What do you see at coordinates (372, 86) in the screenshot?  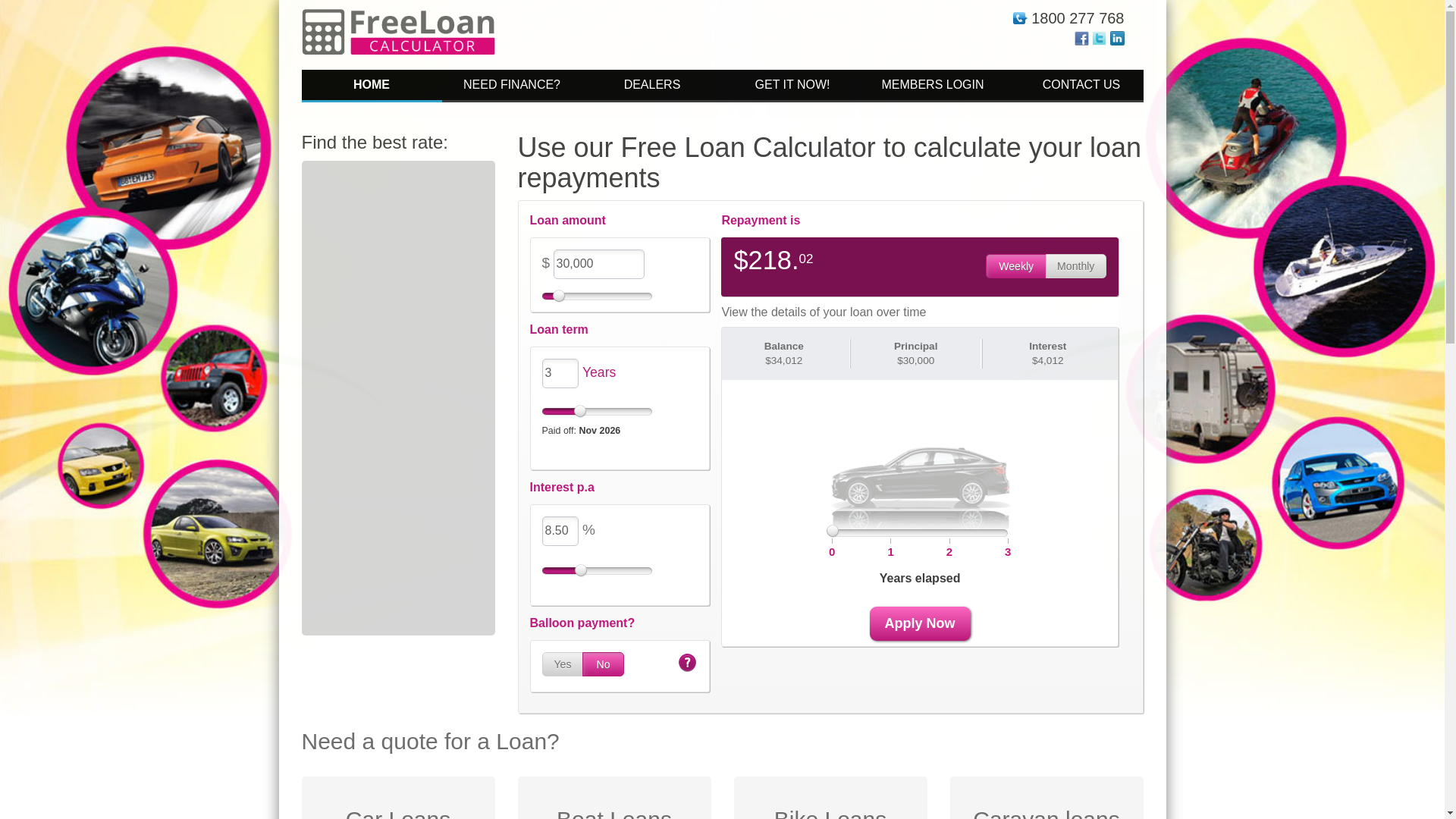 I see `'HOME'` at bounding box center [372, 86].